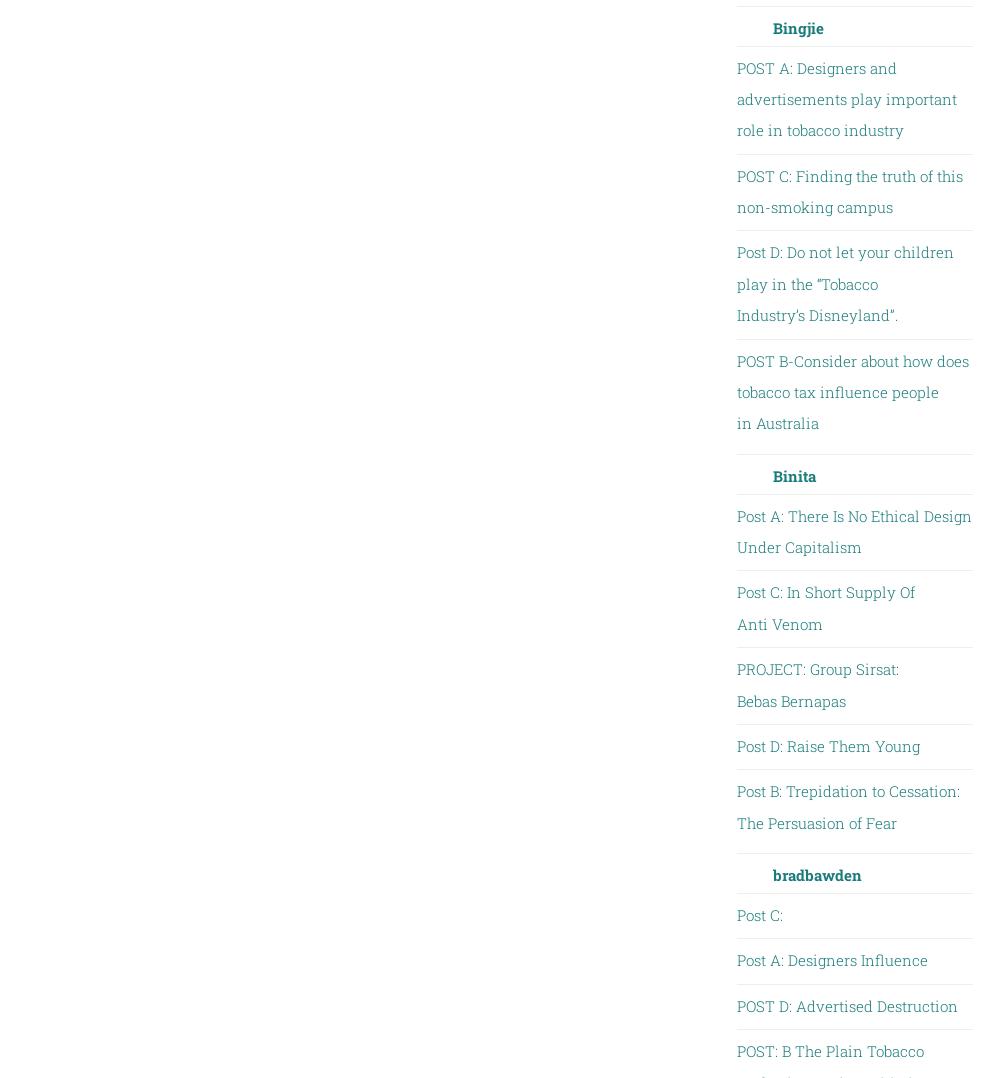 This screenshot has height=1078, width=1000. I want to click on 'Post C: In Short Supply Of Anti Venom', so click(824, 607).